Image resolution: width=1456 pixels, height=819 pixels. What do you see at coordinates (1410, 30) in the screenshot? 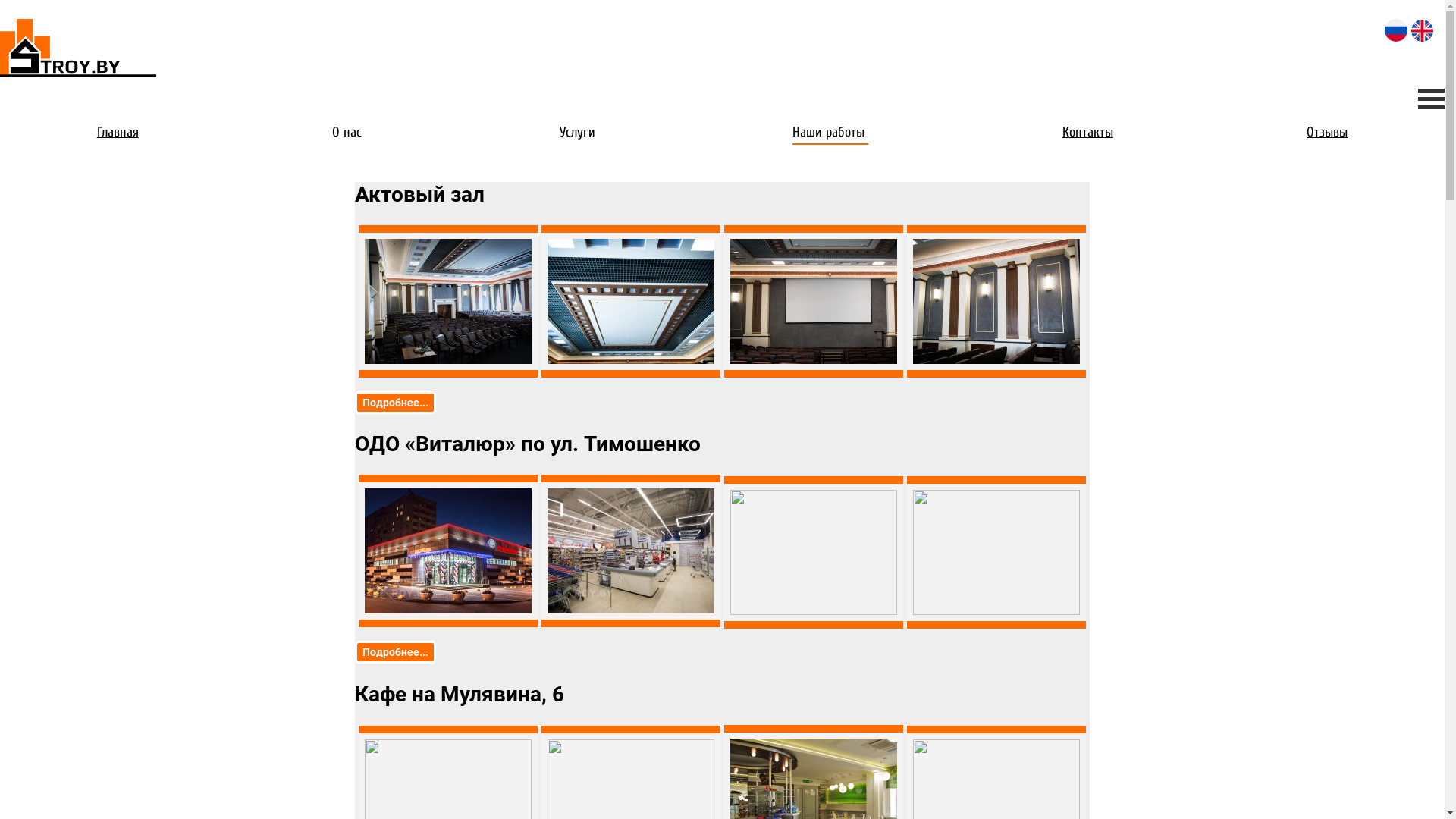
I see `'English (UK)'` at bounding box center [1410, 30].